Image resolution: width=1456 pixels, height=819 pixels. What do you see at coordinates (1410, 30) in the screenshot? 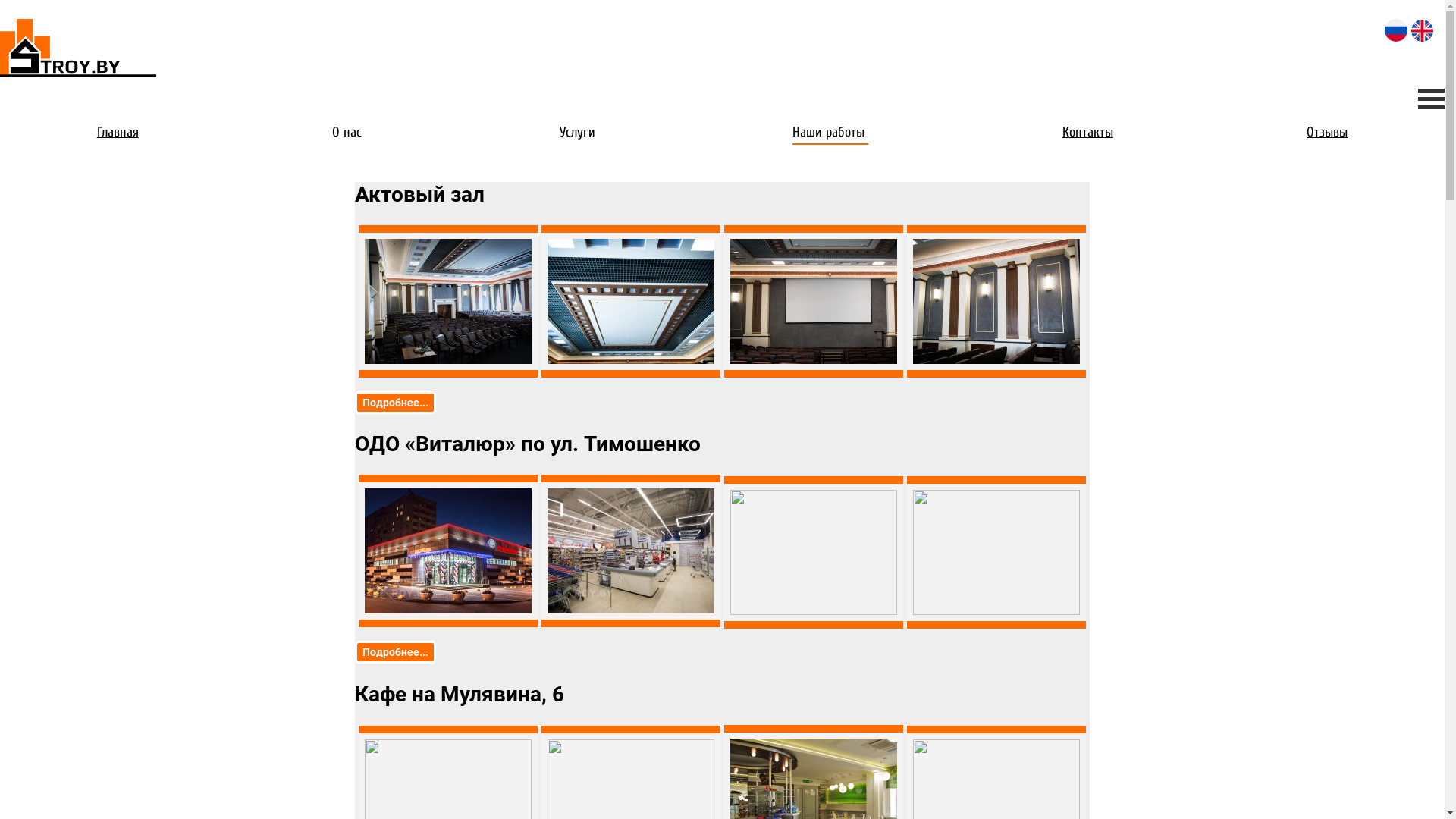
I see `'English (UK)'` at bounding box center [1410, 30].